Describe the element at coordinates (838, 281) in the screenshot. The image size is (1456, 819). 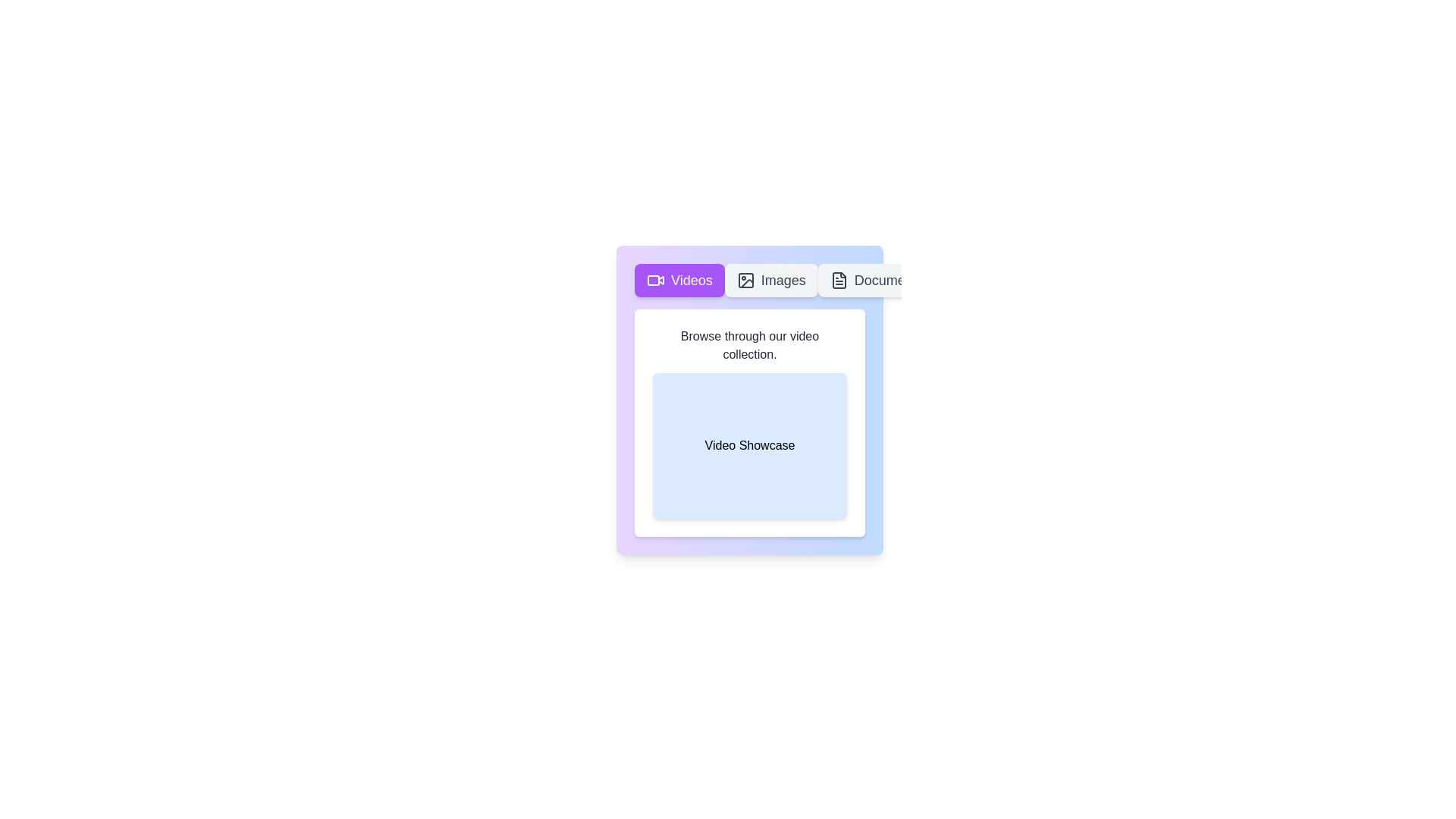
I see `the document icon, which has a white background, a black outline, and a folded corner, located within the navigation bar next to the 'Documents' label` at that location.